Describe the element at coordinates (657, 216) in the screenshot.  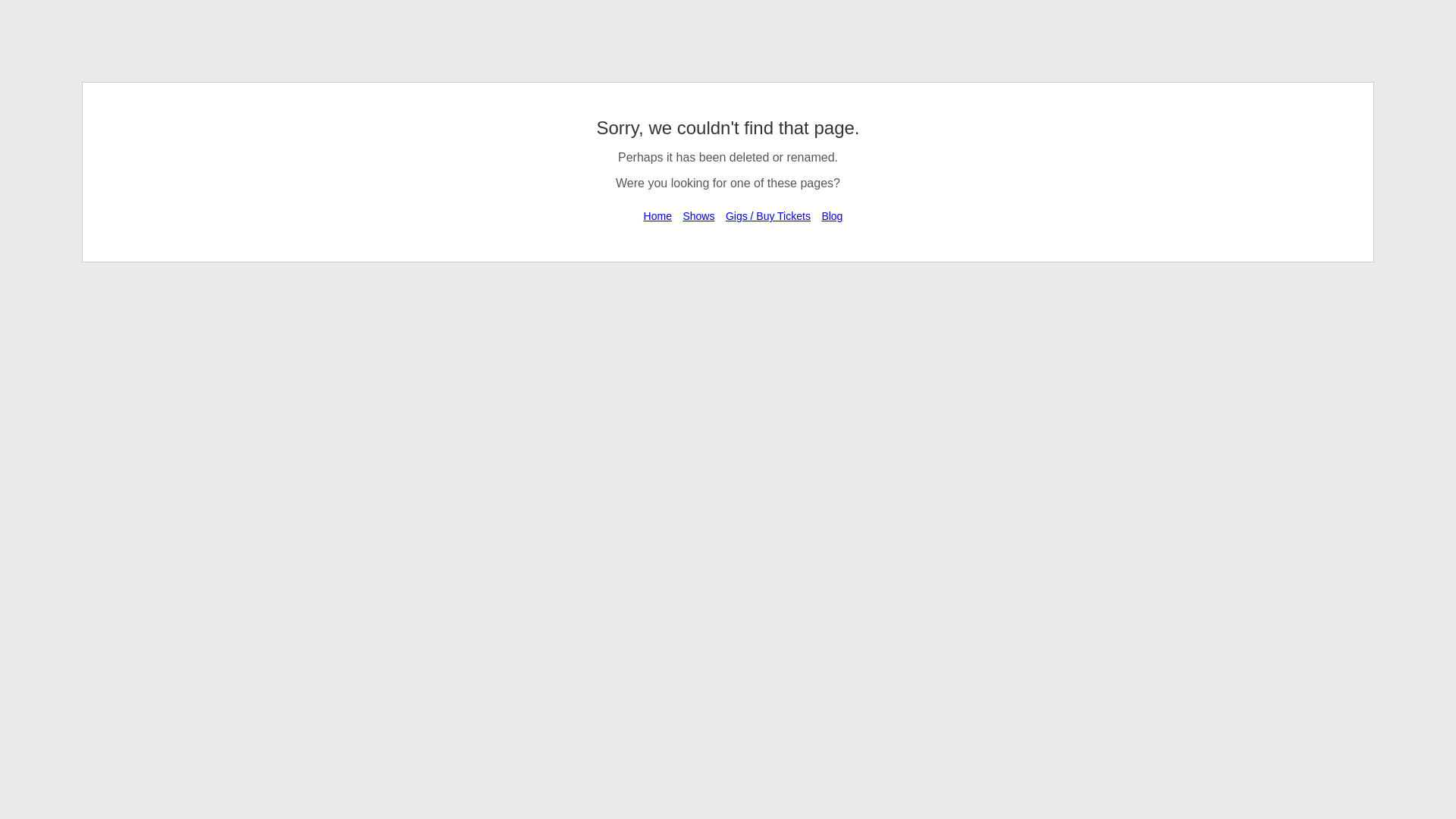
I see `'Home'` at that location.